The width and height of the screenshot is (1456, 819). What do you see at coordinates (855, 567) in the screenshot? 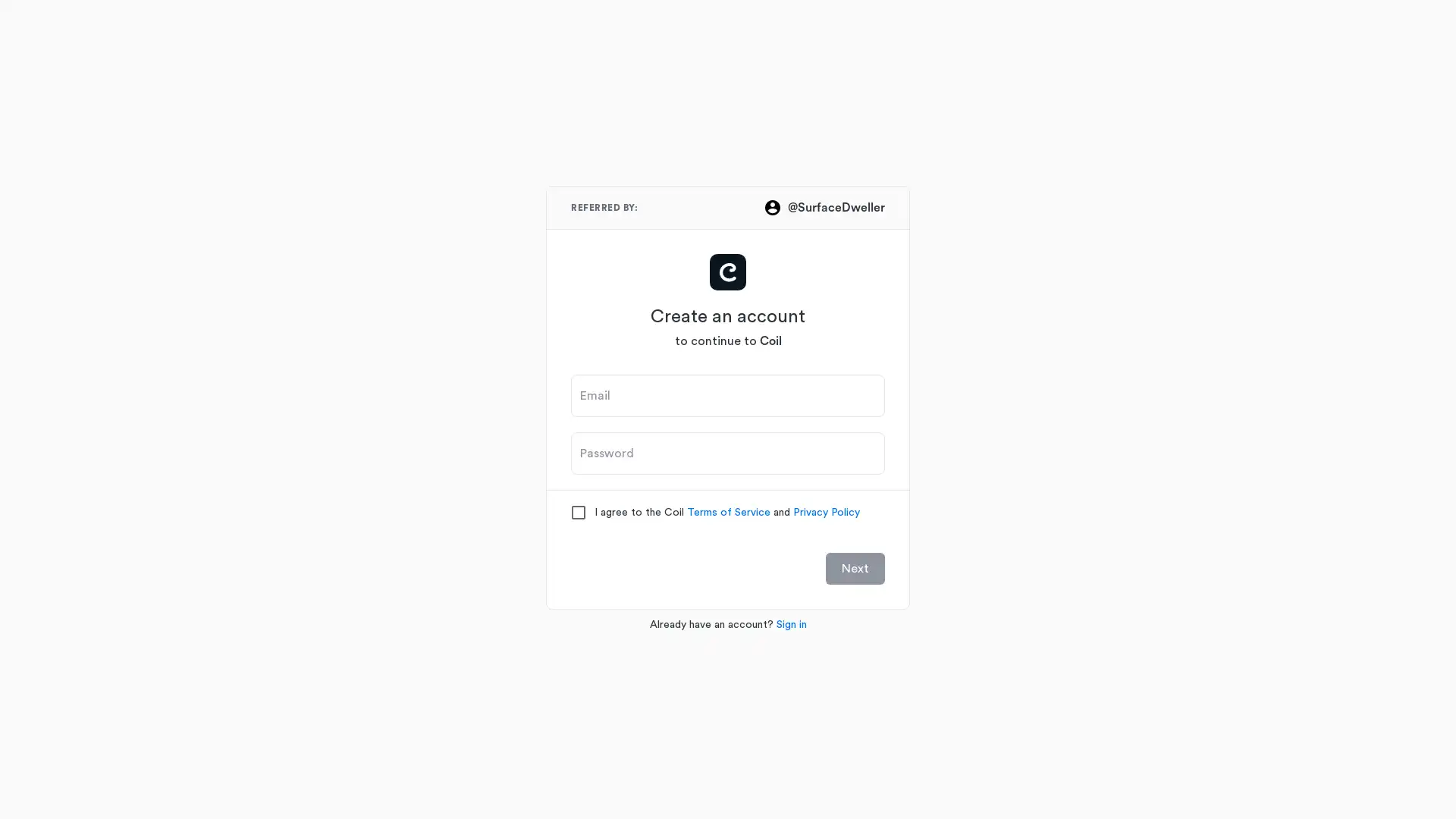
I see `Next` at bounding box center [855, 567].